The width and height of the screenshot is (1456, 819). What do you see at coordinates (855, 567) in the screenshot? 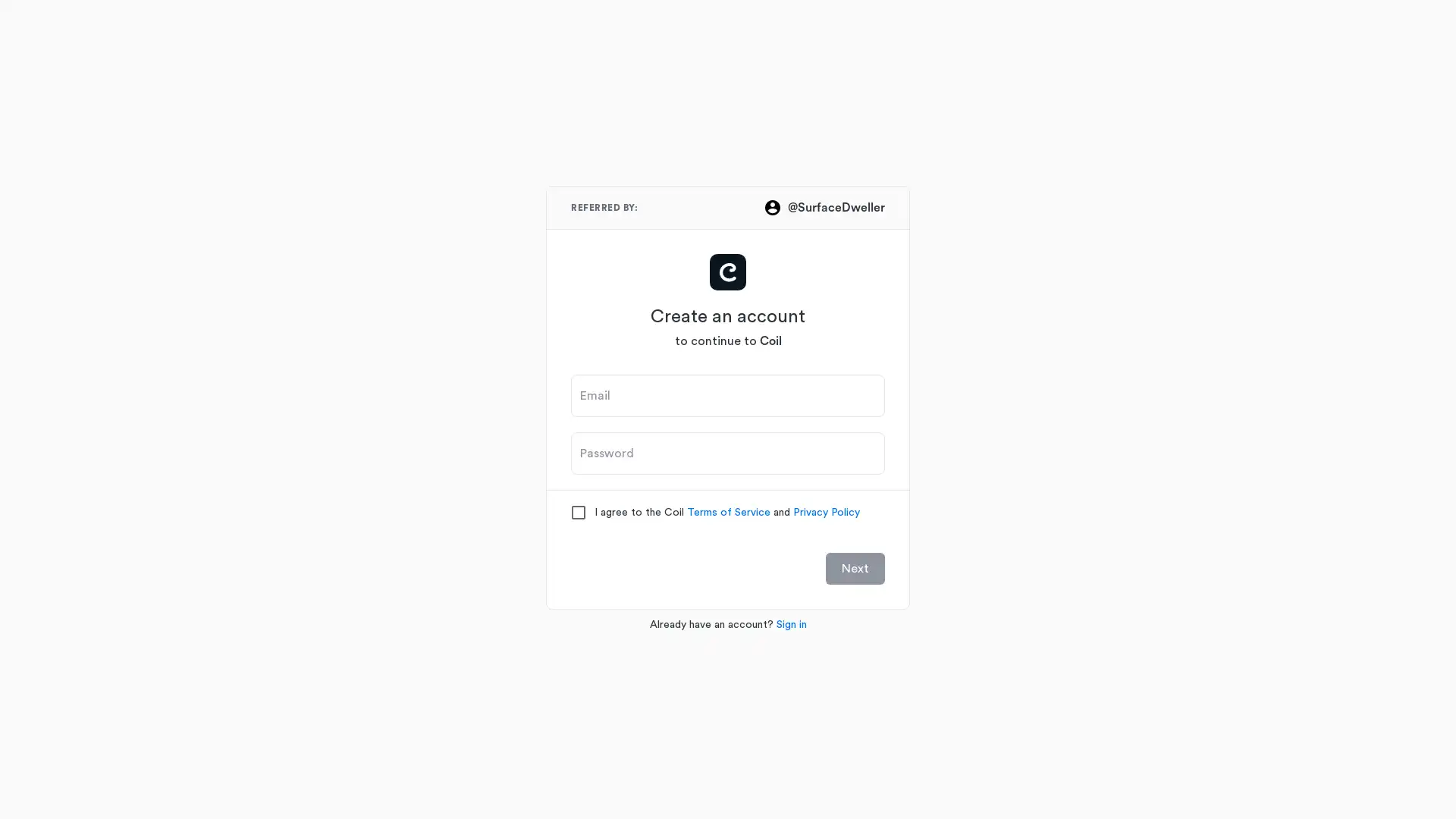
I see `Next` at bounding box center [855, 567].